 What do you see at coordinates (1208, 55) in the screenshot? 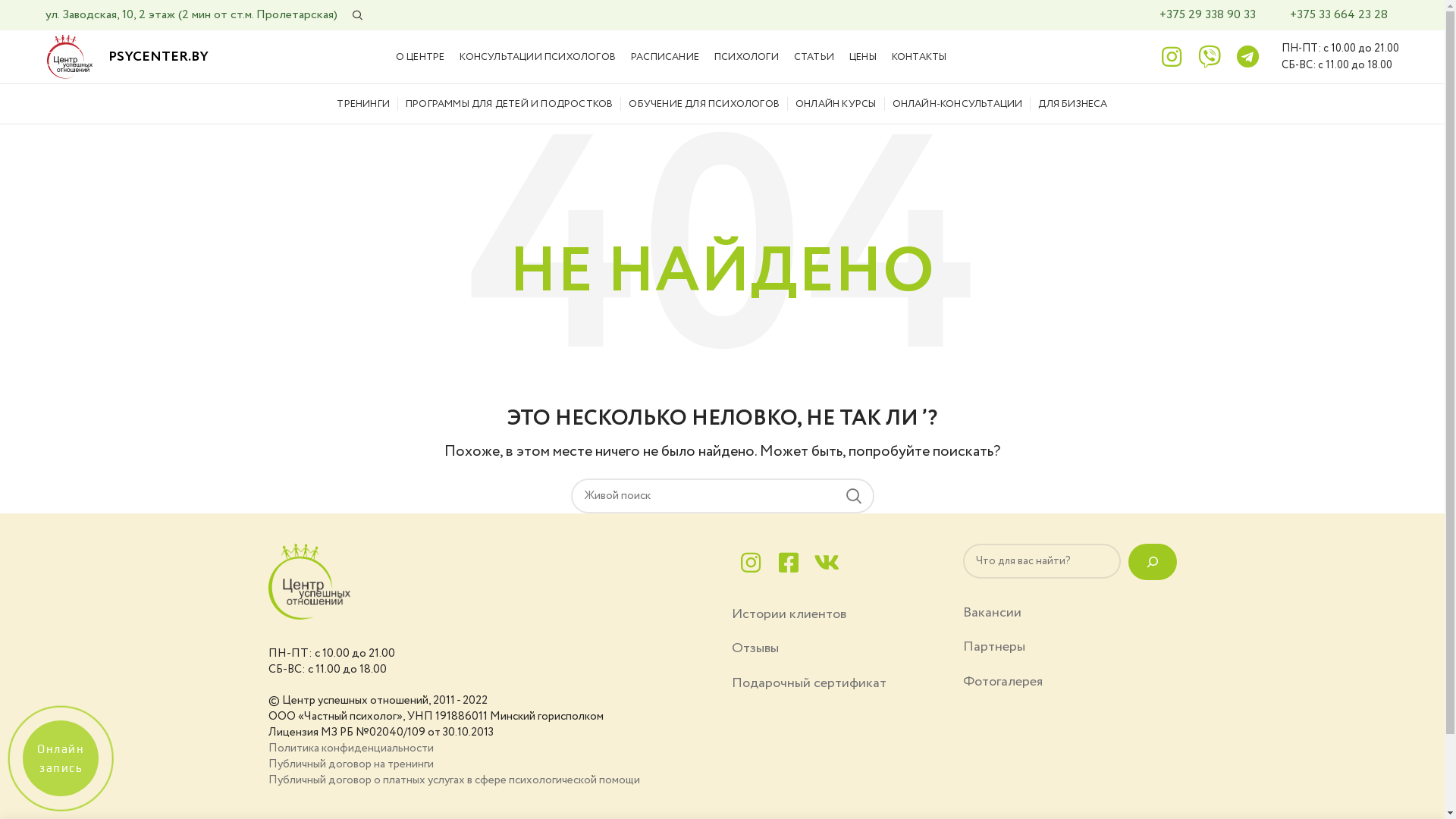
I see `'viber'` at bounding box center [1208, 55].